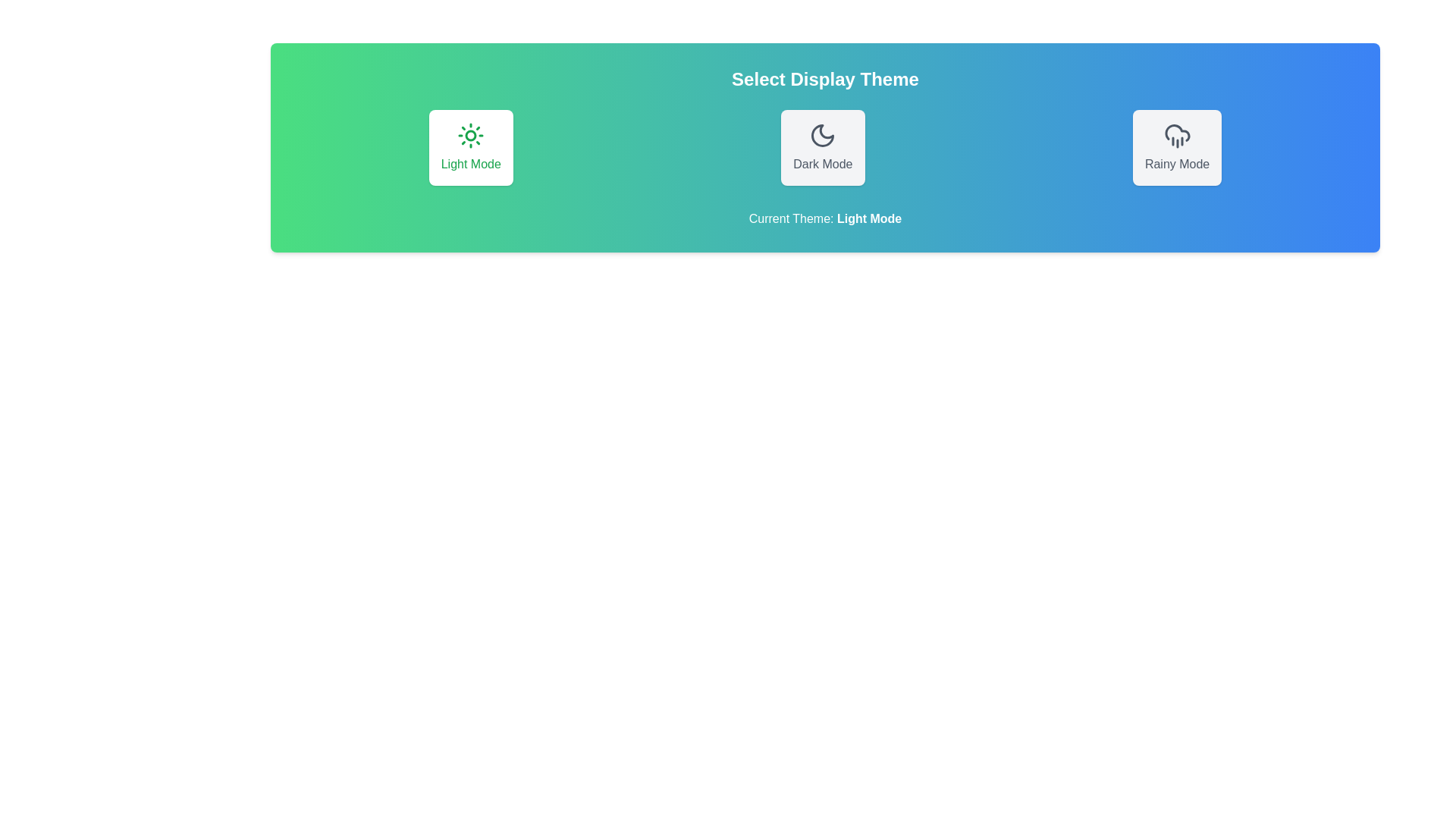 The image size is (1456, 819). I want to click on the button corresponding to the Dark Mode theme, so click(821, 148).